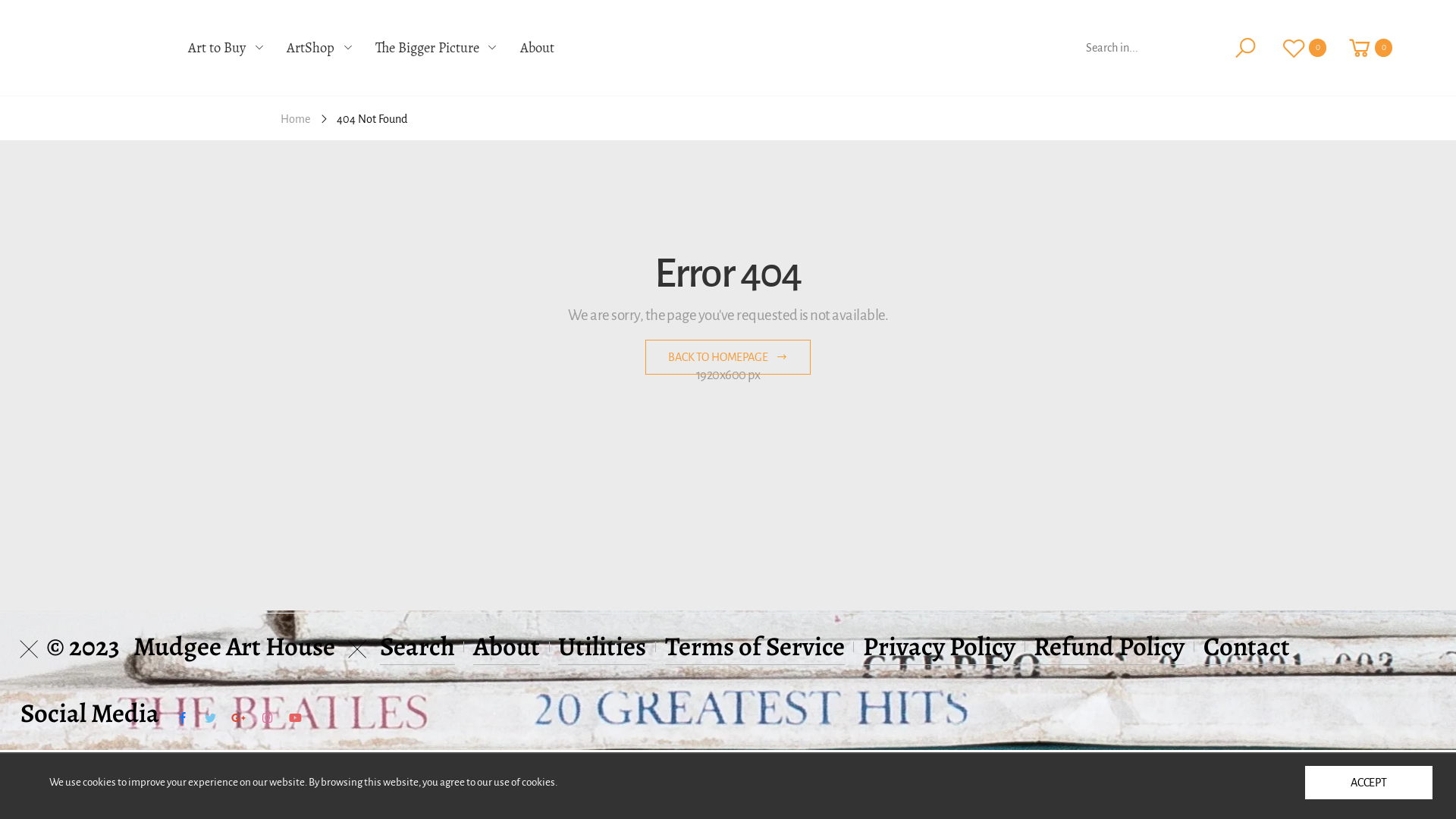 Image resolution: width=1456 pixels, height=819 pixels. Describe the element at coordinates (224, 47) in the screenshot. I see `'Art to Buy'` at that location.